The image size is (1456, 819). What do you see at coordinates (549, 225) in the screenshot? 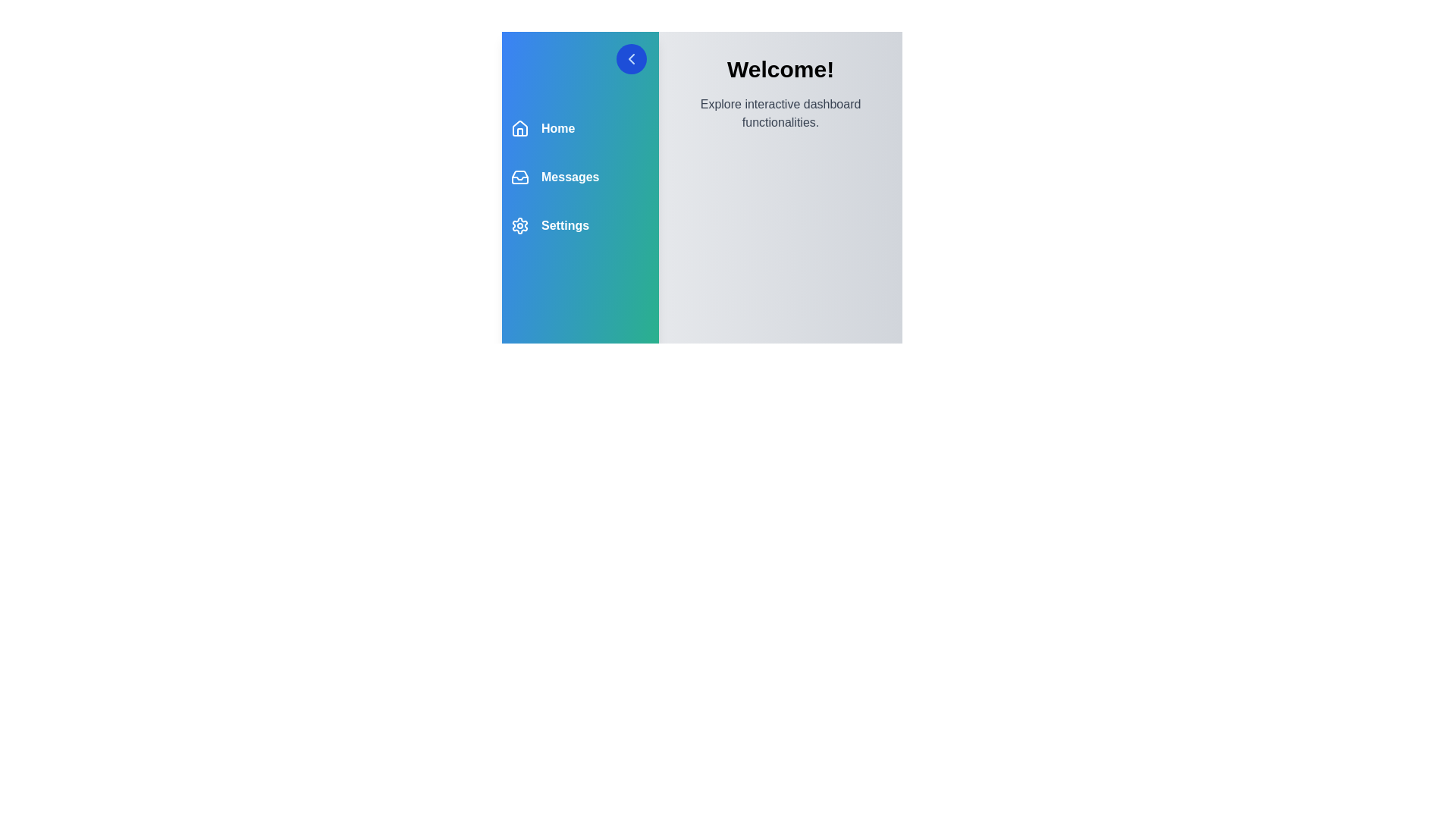
I see `the 'Settings' button located in the left sidebar` at bounding box center [549, 225].